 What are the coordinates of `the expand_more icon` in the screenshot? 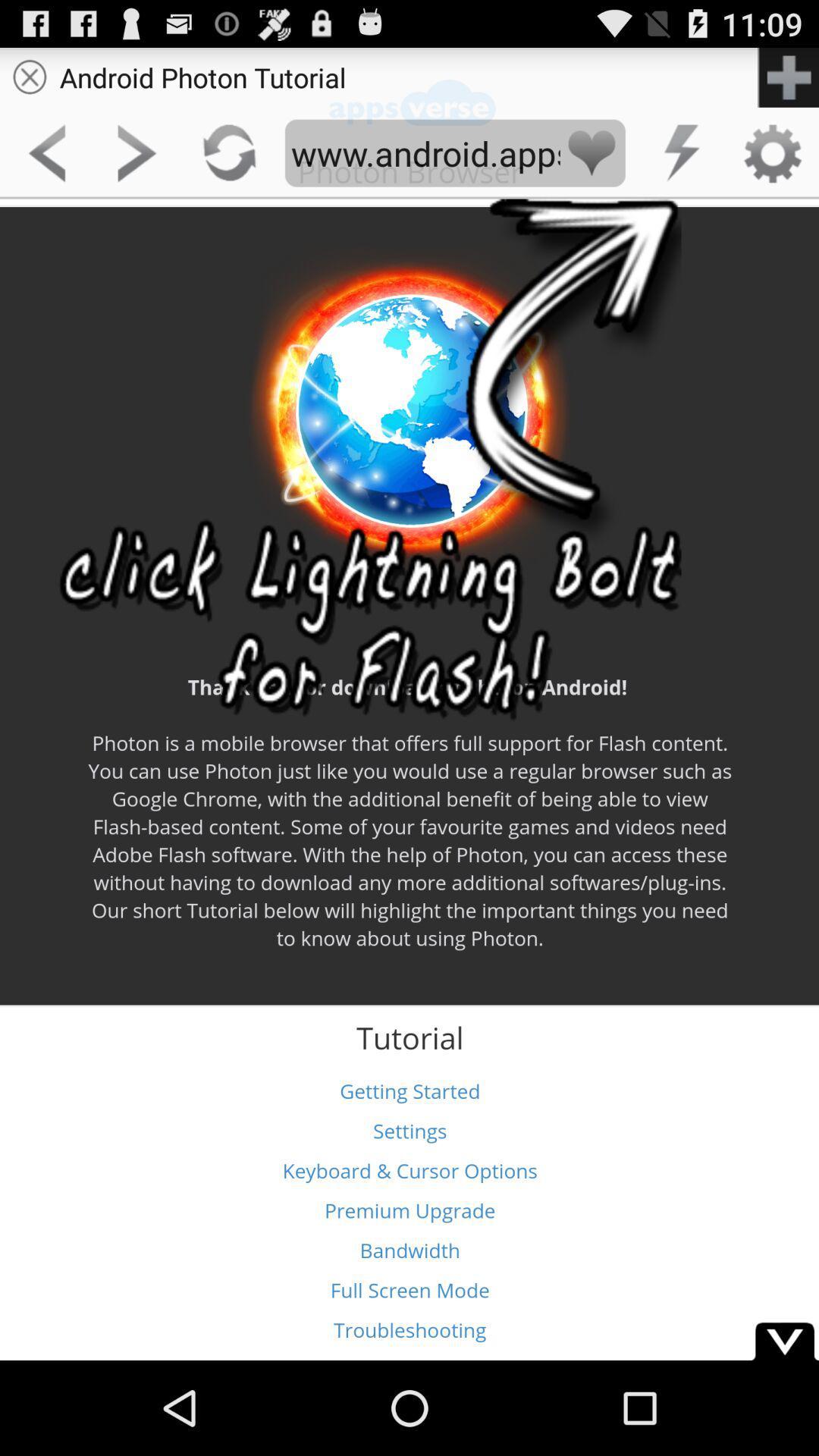 It's located at (785, 1426).